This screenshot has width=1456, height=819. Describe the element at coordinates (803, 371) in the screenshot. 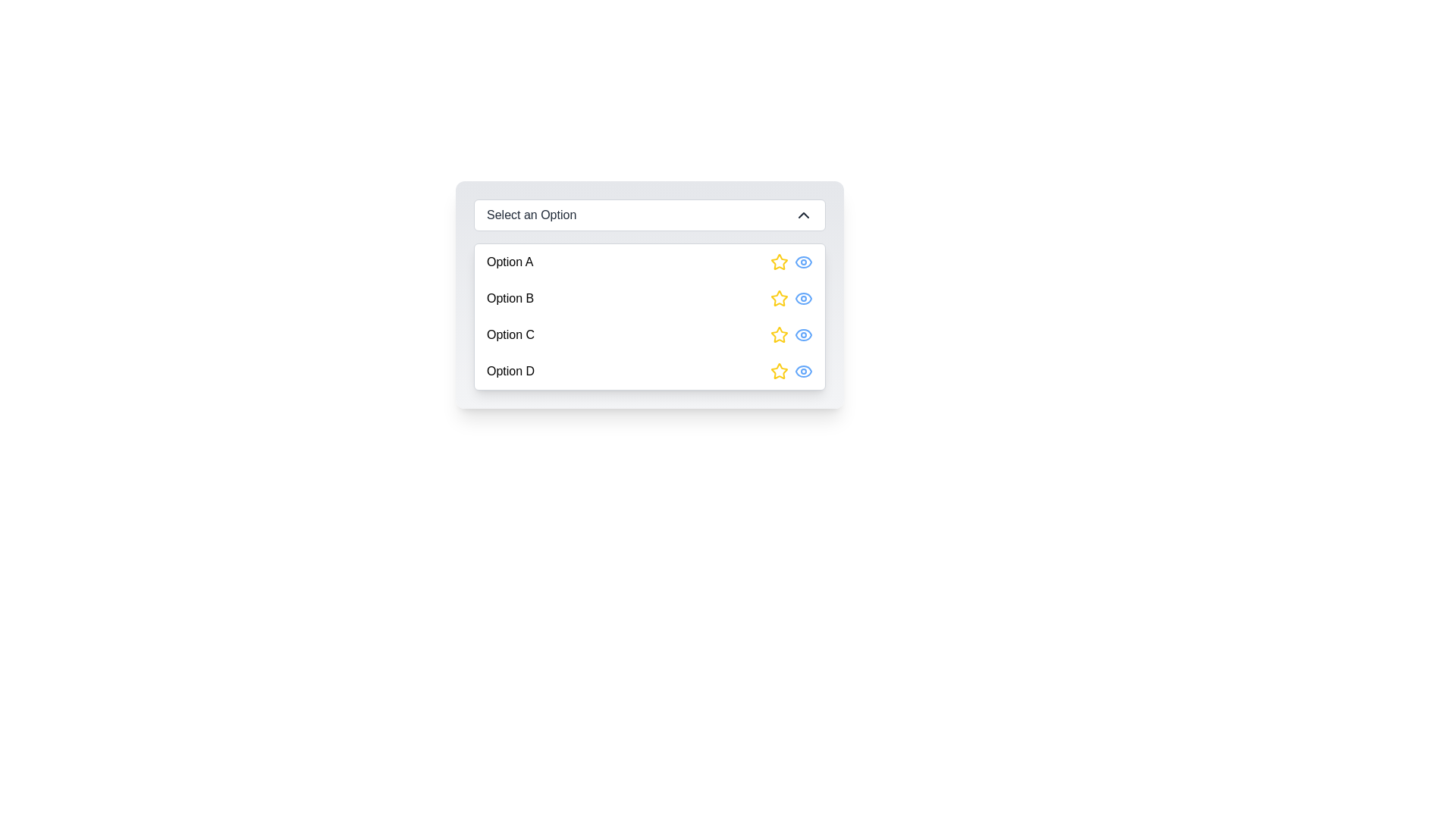

I see `the second icon in the horizontal alignment beside the text 'Option D' in the dropdown list` at that location.